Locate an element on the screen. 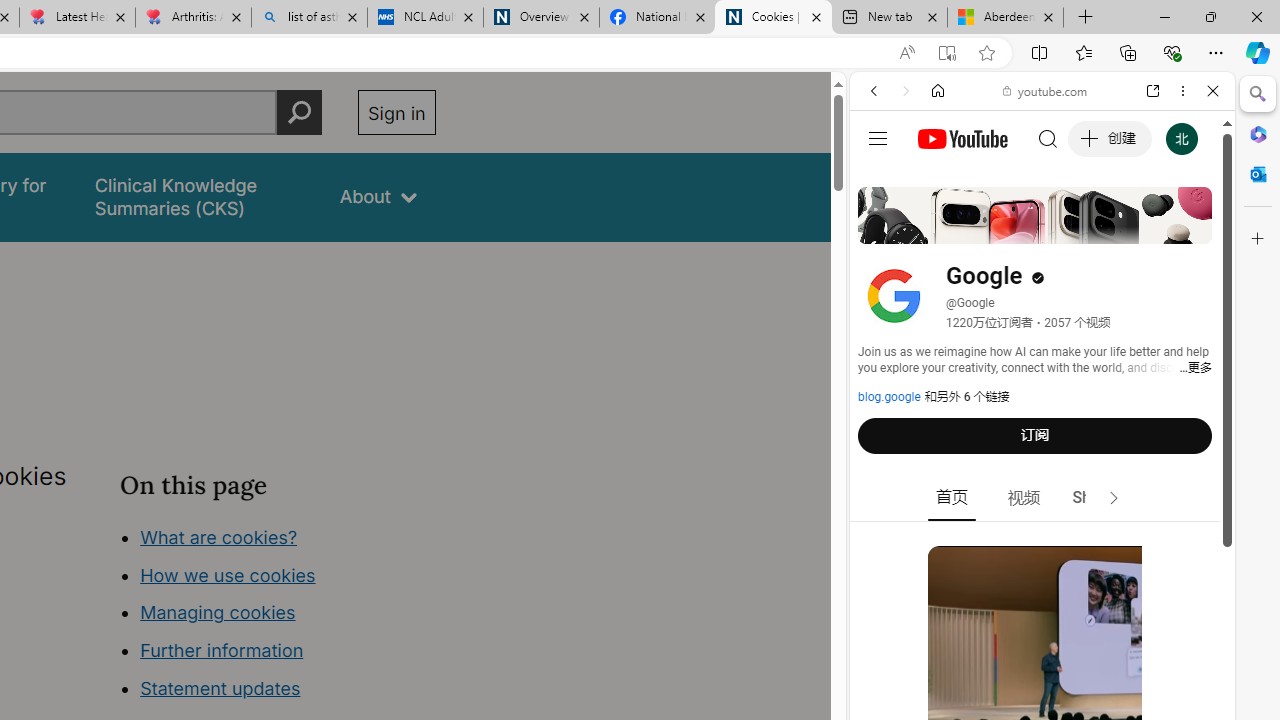 The width and height of the screenshot is (1280, 720). 'blog.google' is located at coordinates (888, 397).